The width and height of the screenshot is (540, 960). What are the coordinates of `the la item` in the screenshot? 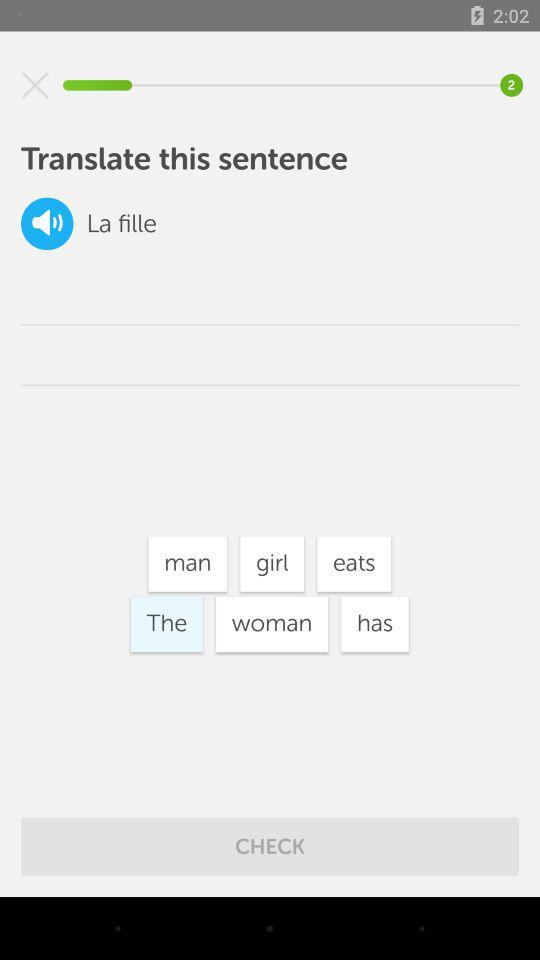 It's located at (98, 223).